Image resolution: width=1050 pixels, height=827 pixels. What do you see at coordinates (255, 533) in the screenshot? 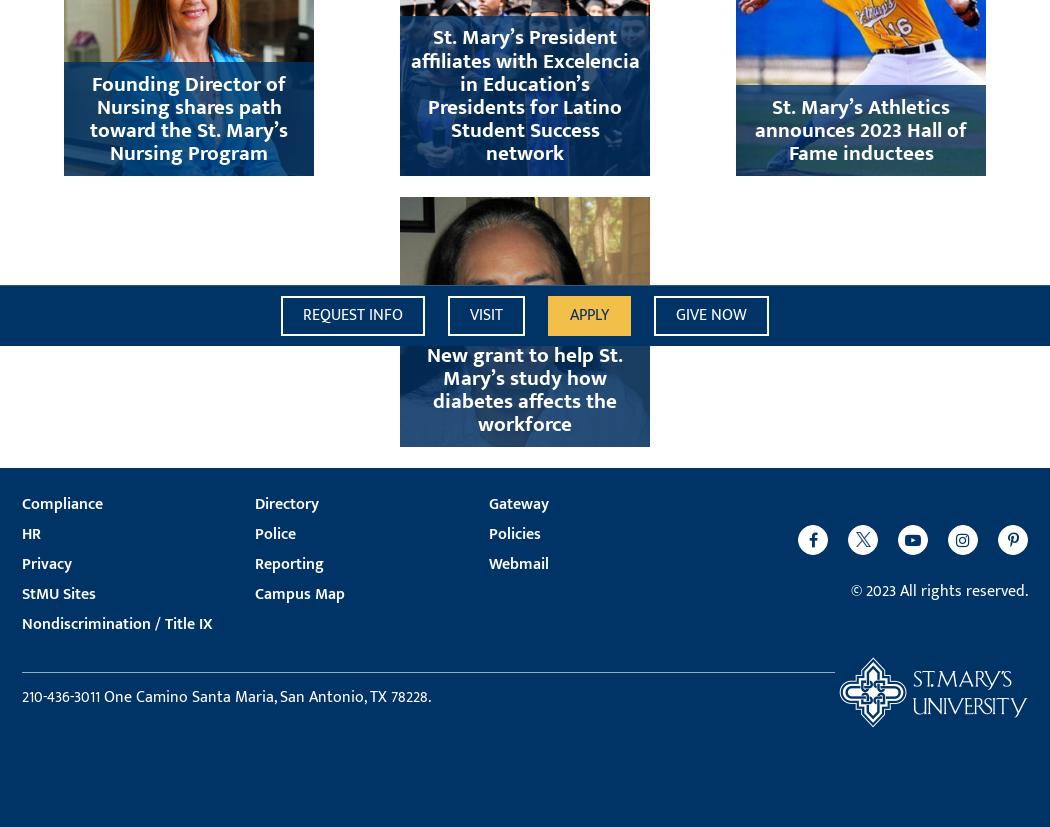
I see `'Police'` at bounding box center [255, 533].